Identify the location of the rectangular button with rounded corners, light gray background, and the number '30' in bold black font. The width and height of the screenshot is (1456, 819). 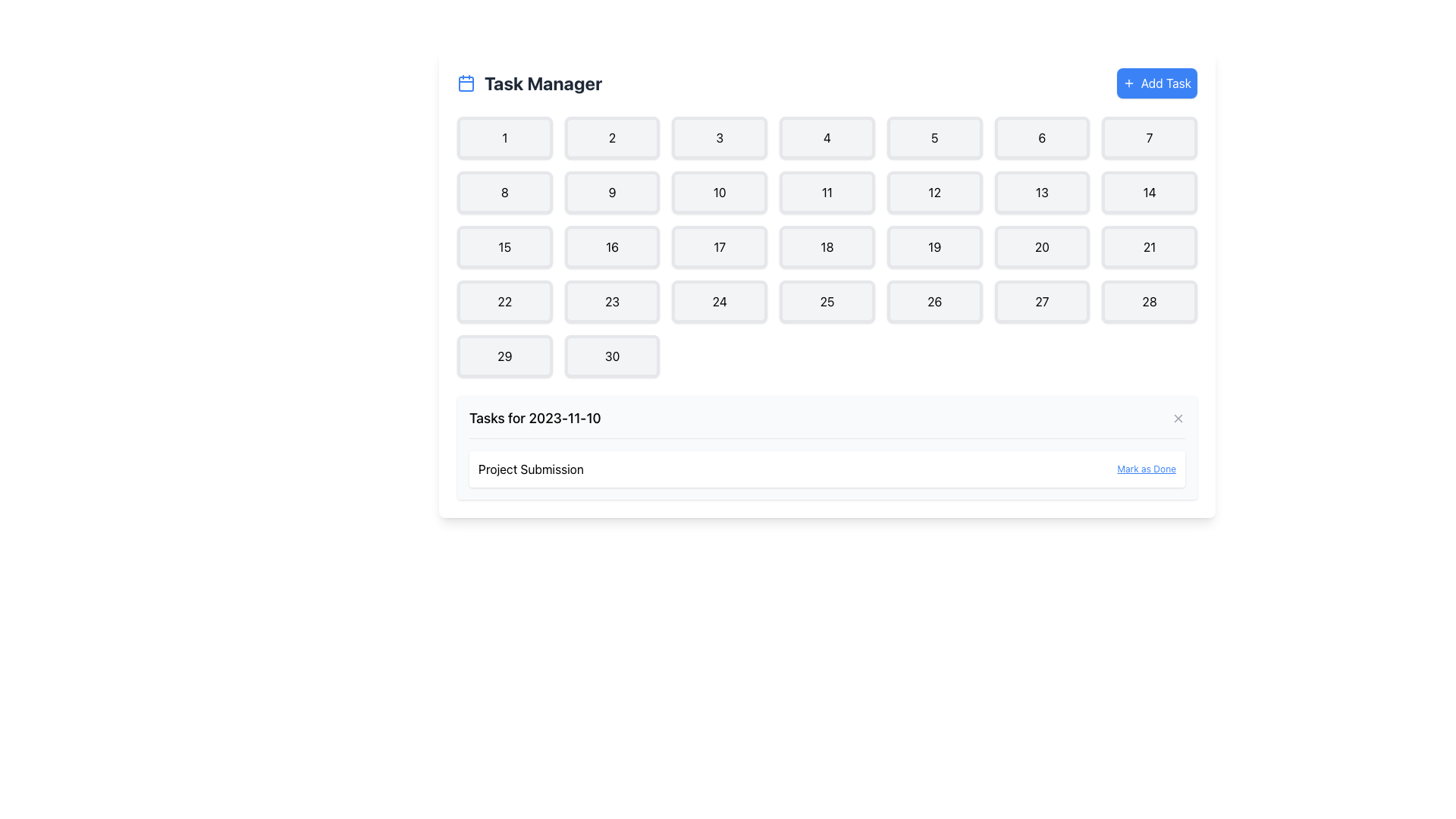
(612, 356).